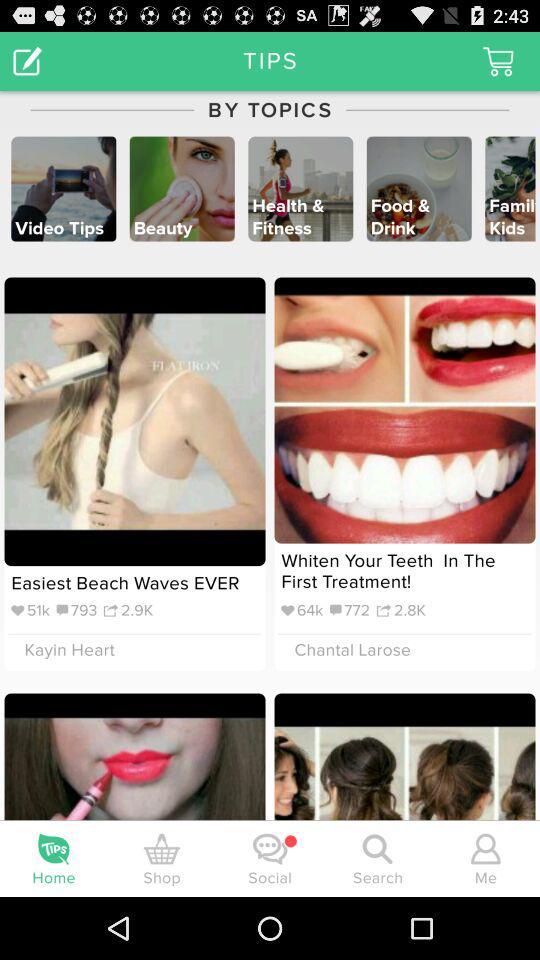  What do you see at coordinates (497, 61) in the screenshot?
I see `the item to the right of the by topics icon` at bounding box center [497, 61].